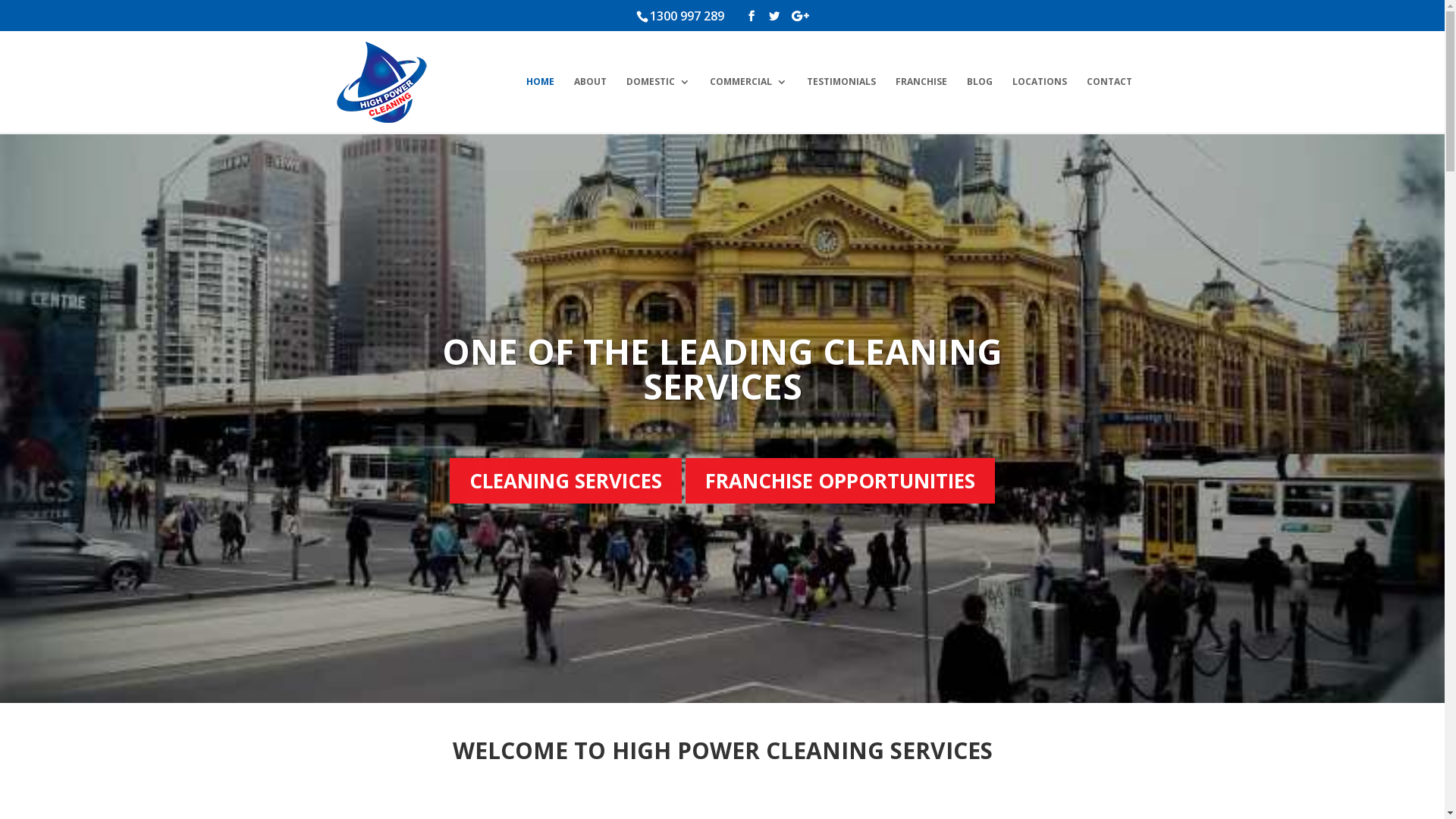 Image resolution: width=1456 pixels, height=819 pixels. Describe the element at coordinates (1037, 104) in the screenshot. I see `'LOCATIONS'` at that location.